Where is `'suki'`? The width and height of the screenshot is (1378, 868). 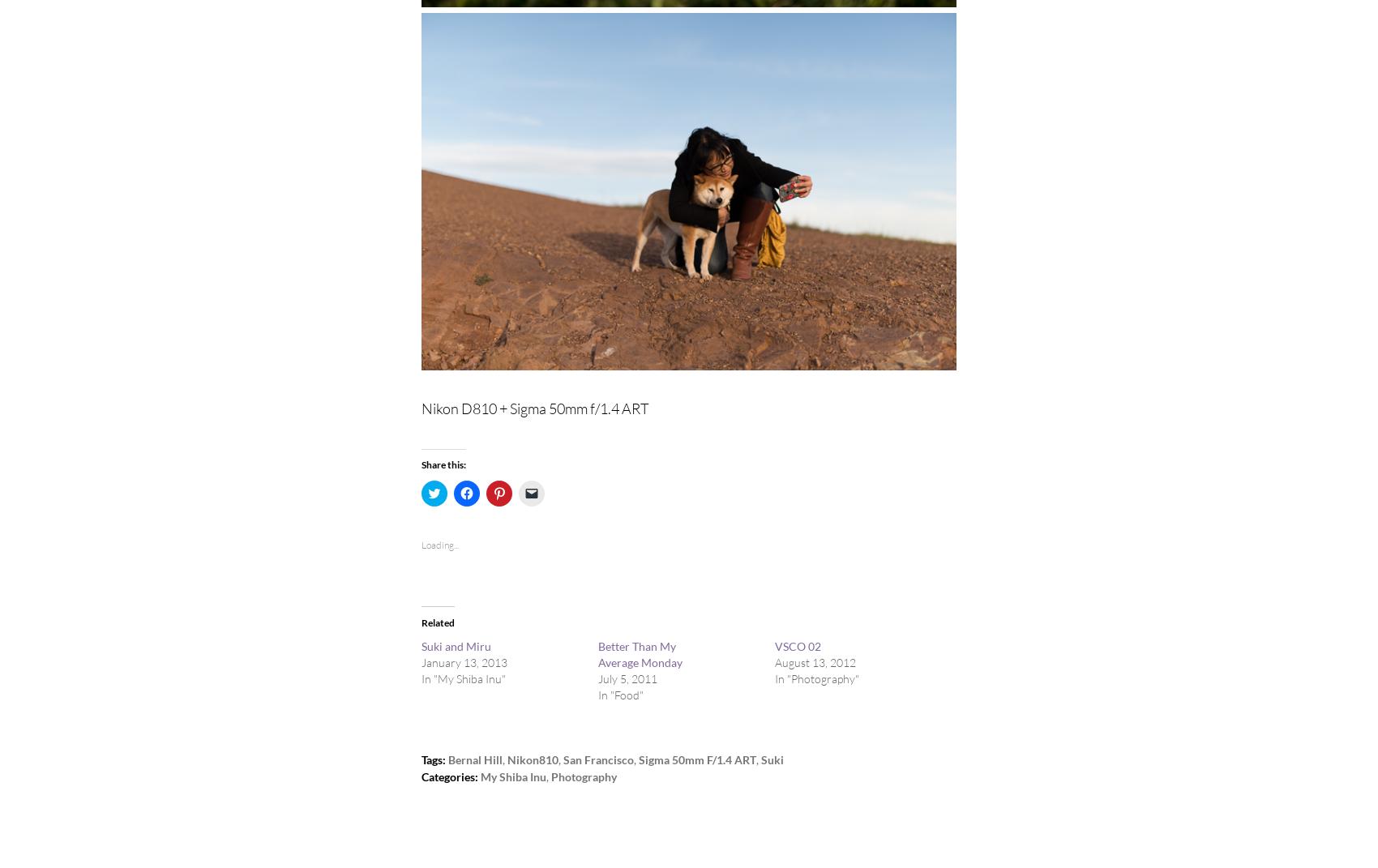
'suki' is located at coordinates (772, 759).